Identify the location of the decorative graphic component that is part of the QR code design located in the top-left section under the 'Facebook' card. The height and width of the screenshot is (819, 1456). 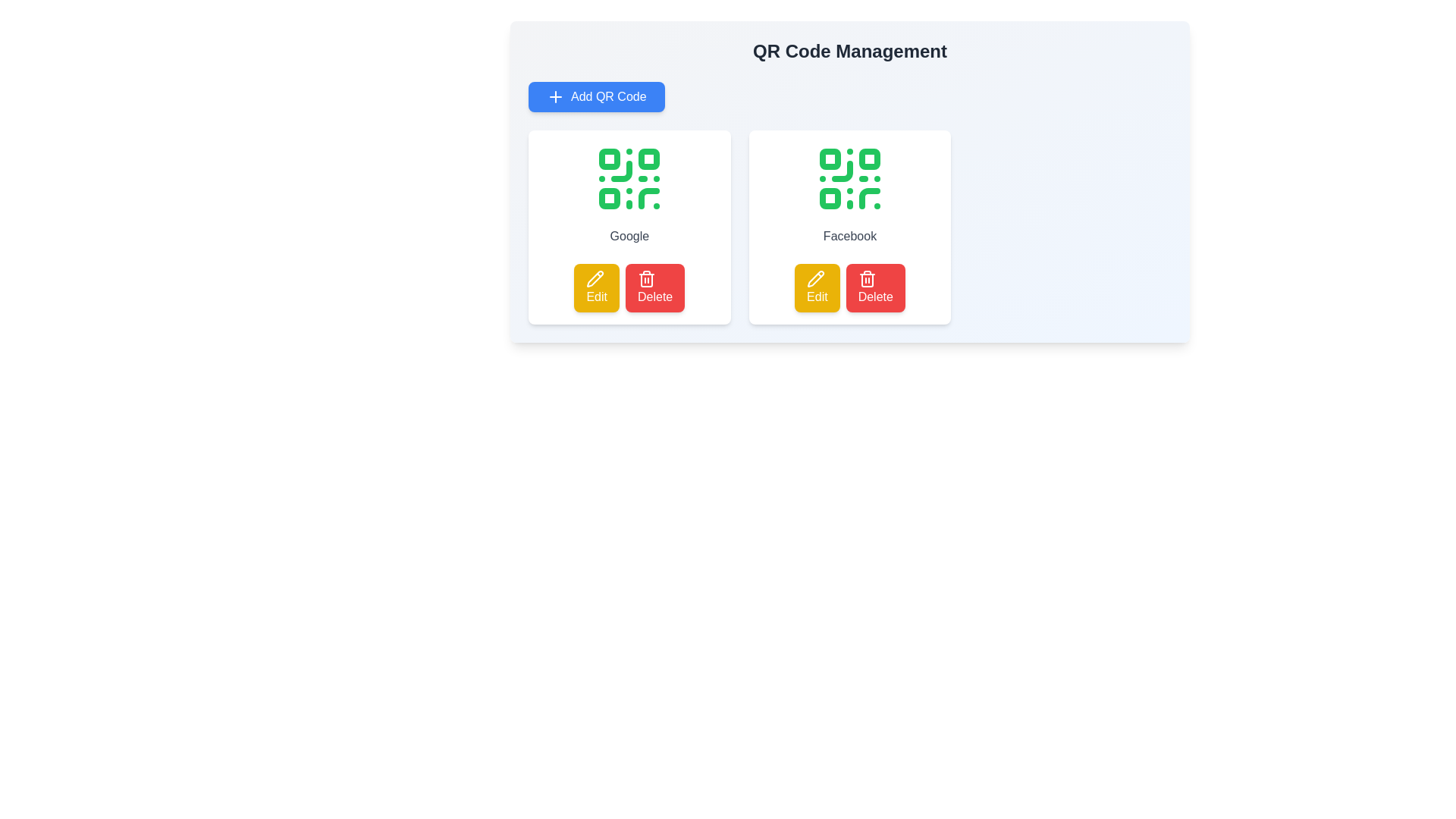
(829, 158).